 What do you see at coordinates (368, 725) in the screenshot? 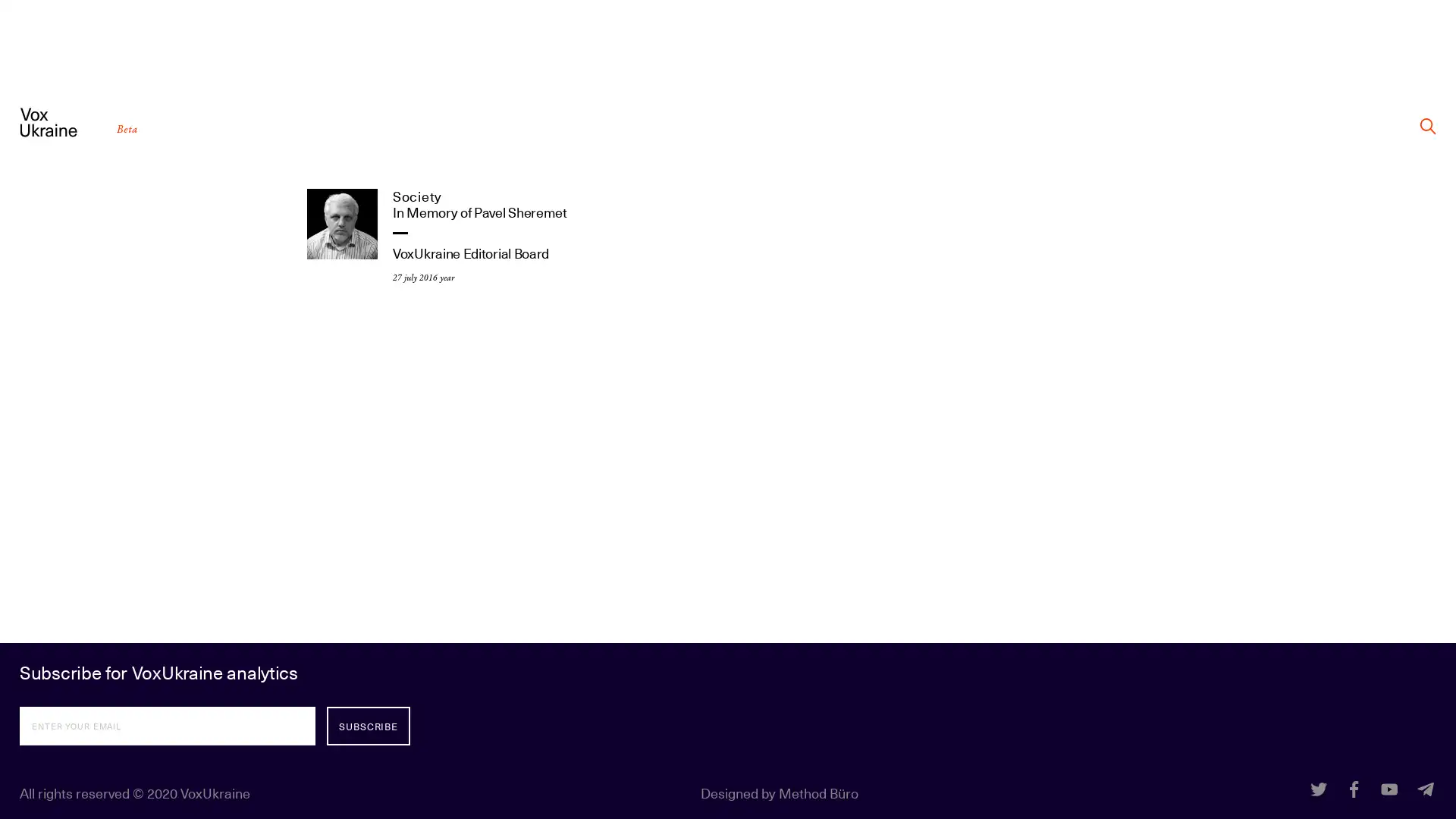
I see `Subscribe` at bounding box center [368, 725].